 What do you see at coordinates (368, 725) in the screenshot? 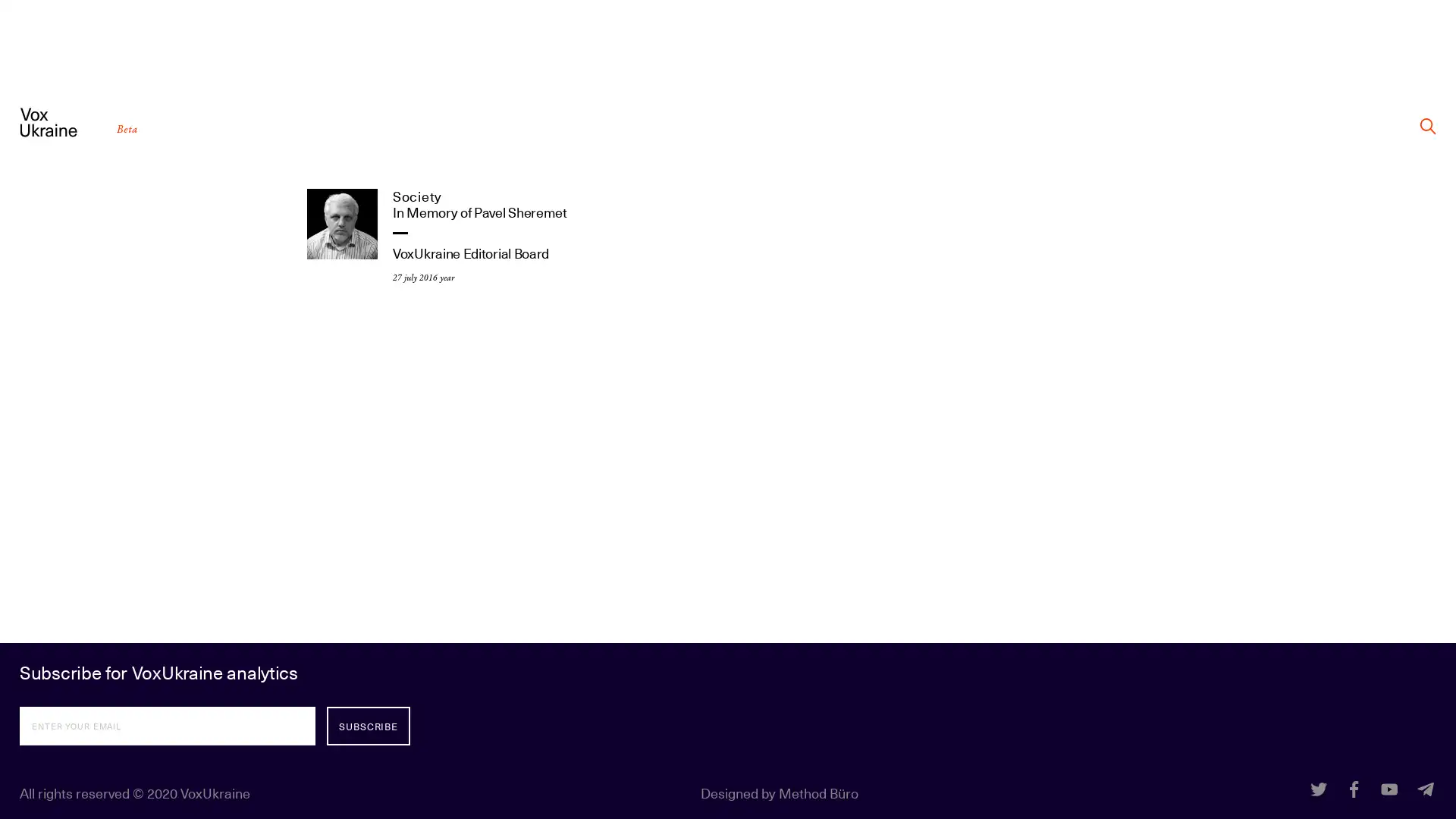
I see `Subscribe` at bounding box center [368, 725].